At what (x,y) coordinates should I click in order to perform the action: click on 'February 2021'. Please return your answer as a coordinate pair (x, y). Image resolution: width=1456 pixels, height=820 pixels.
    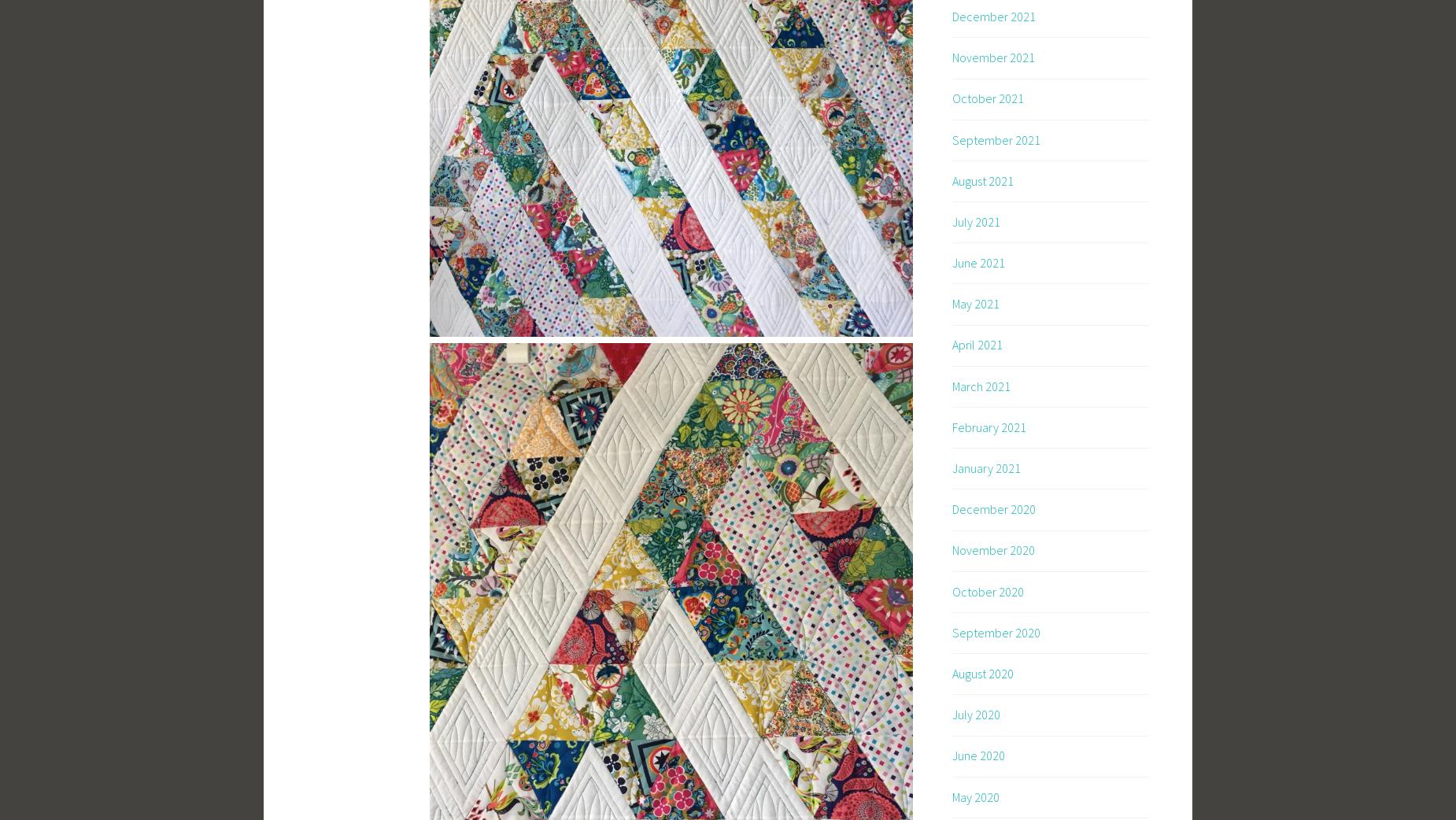
    Looking at the image, I should click on (952, 426).